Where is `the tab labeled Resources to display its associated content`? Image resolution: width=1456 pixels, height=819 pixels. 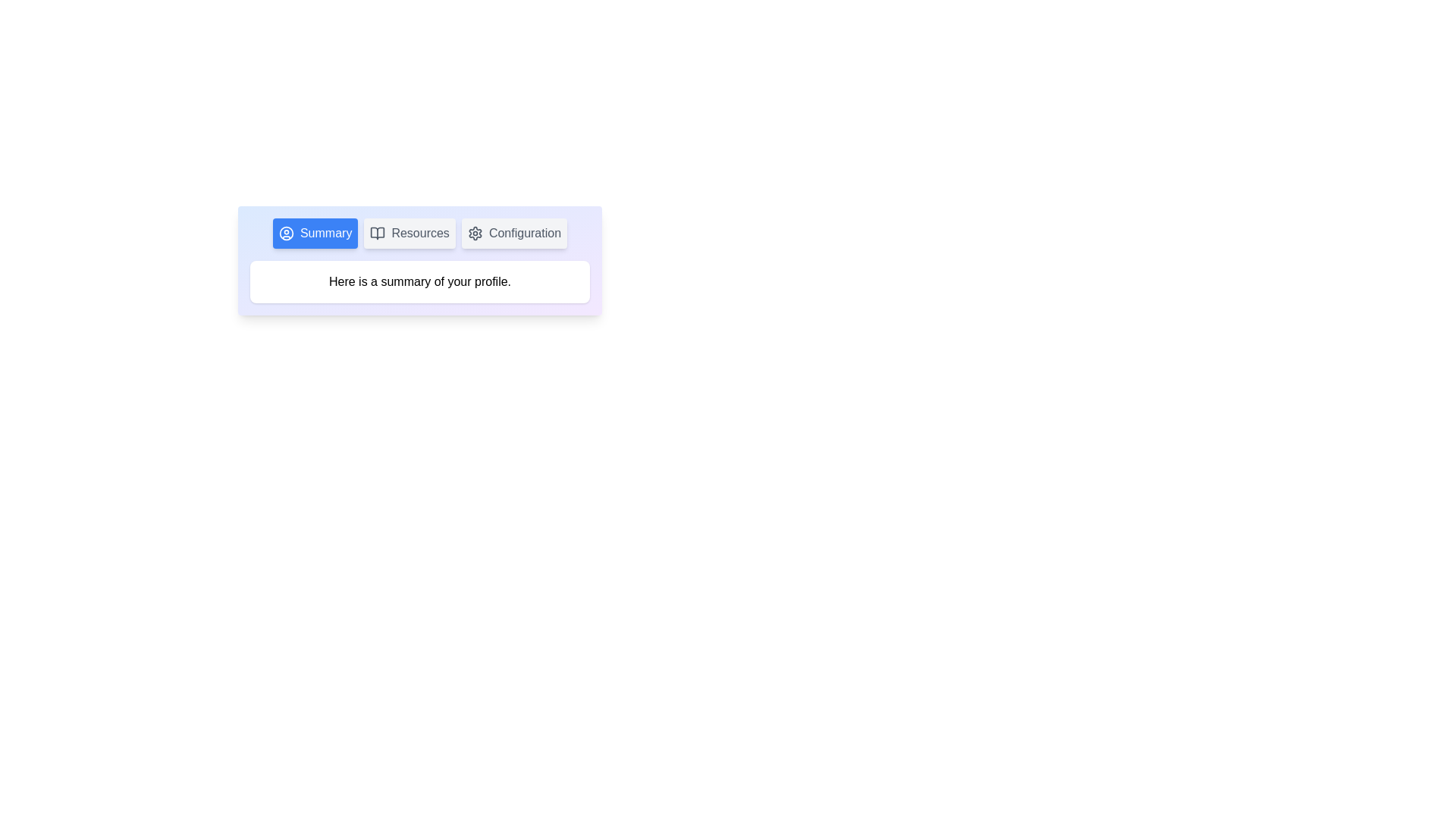 the tab labeled Resources to display its associated content is located at coordinates (409, 234).